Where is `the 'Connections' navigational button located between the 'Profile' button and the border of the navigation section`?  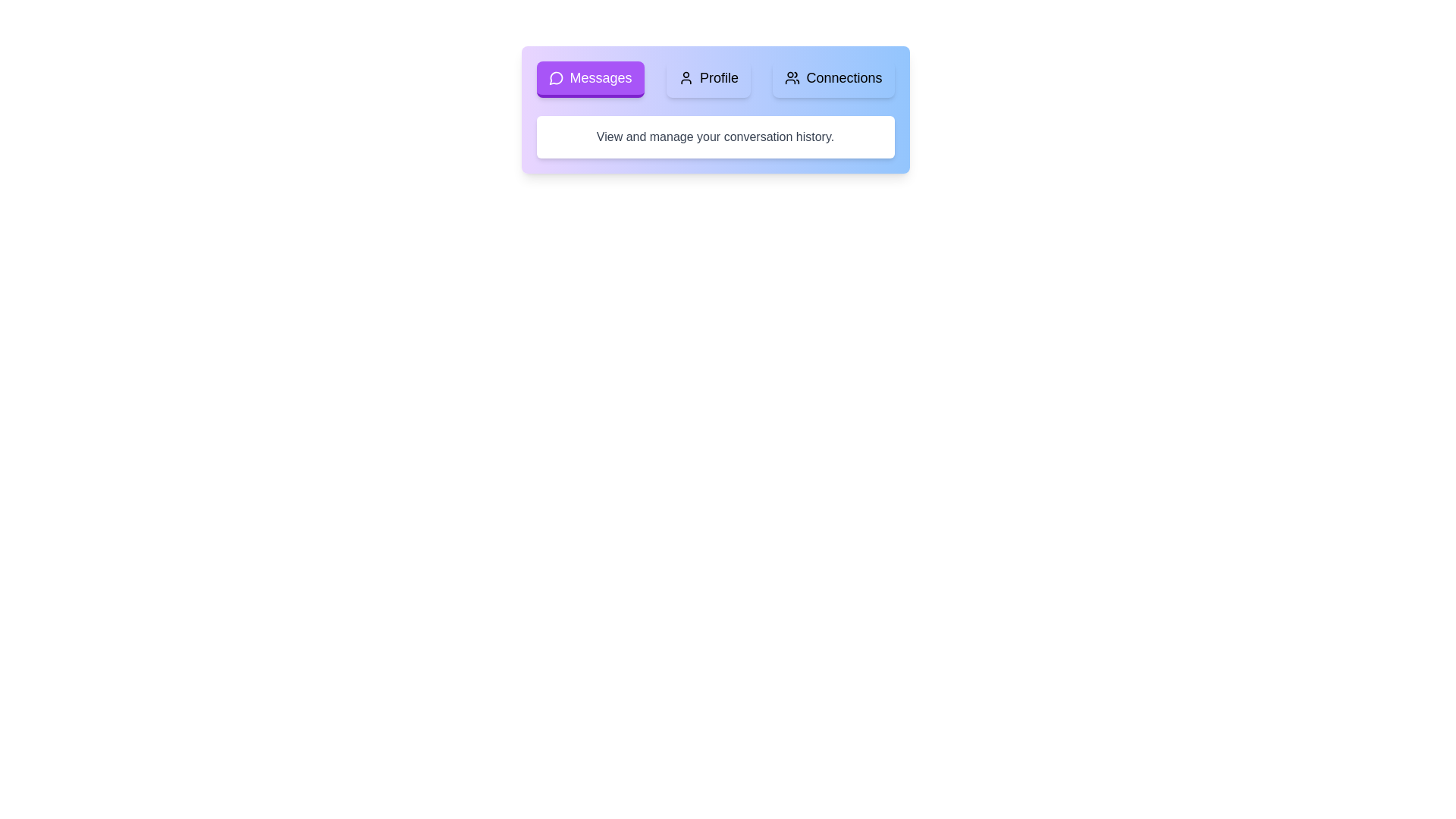 the 'Connections' navigational button located between the 'Profile' button and the border of the navigation section is located at coordinates (833, 79).